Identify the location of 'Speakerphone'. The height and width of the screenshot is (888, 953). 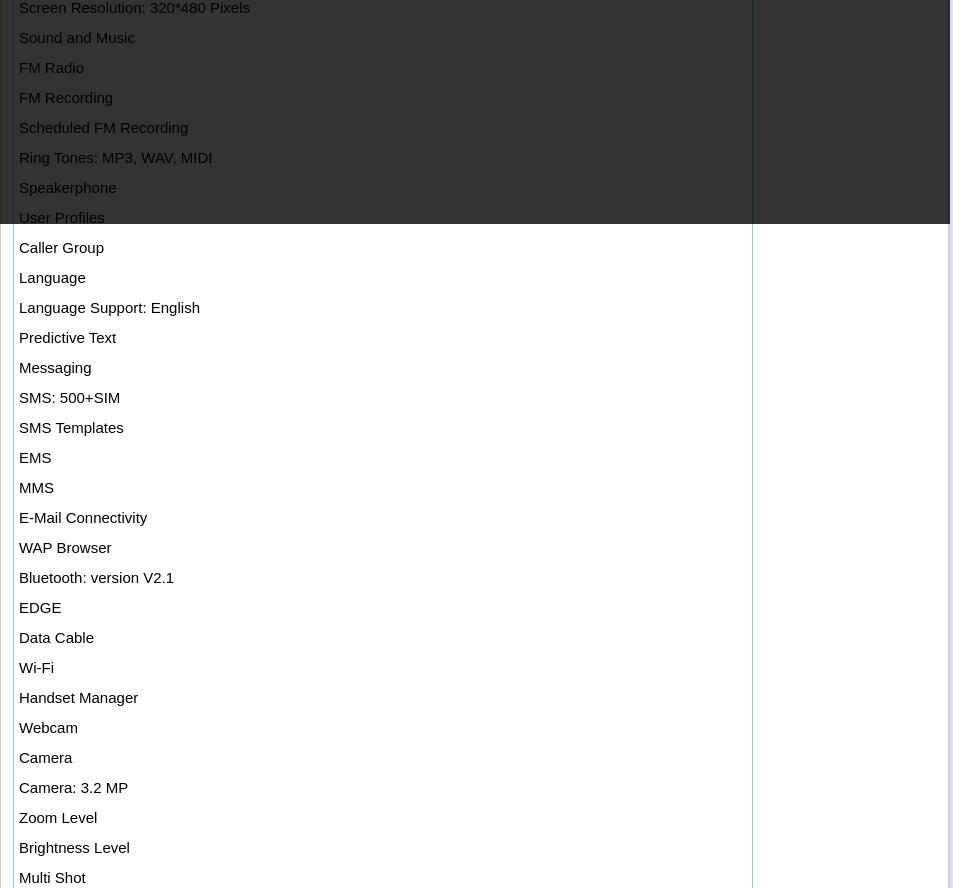
(66, 186).